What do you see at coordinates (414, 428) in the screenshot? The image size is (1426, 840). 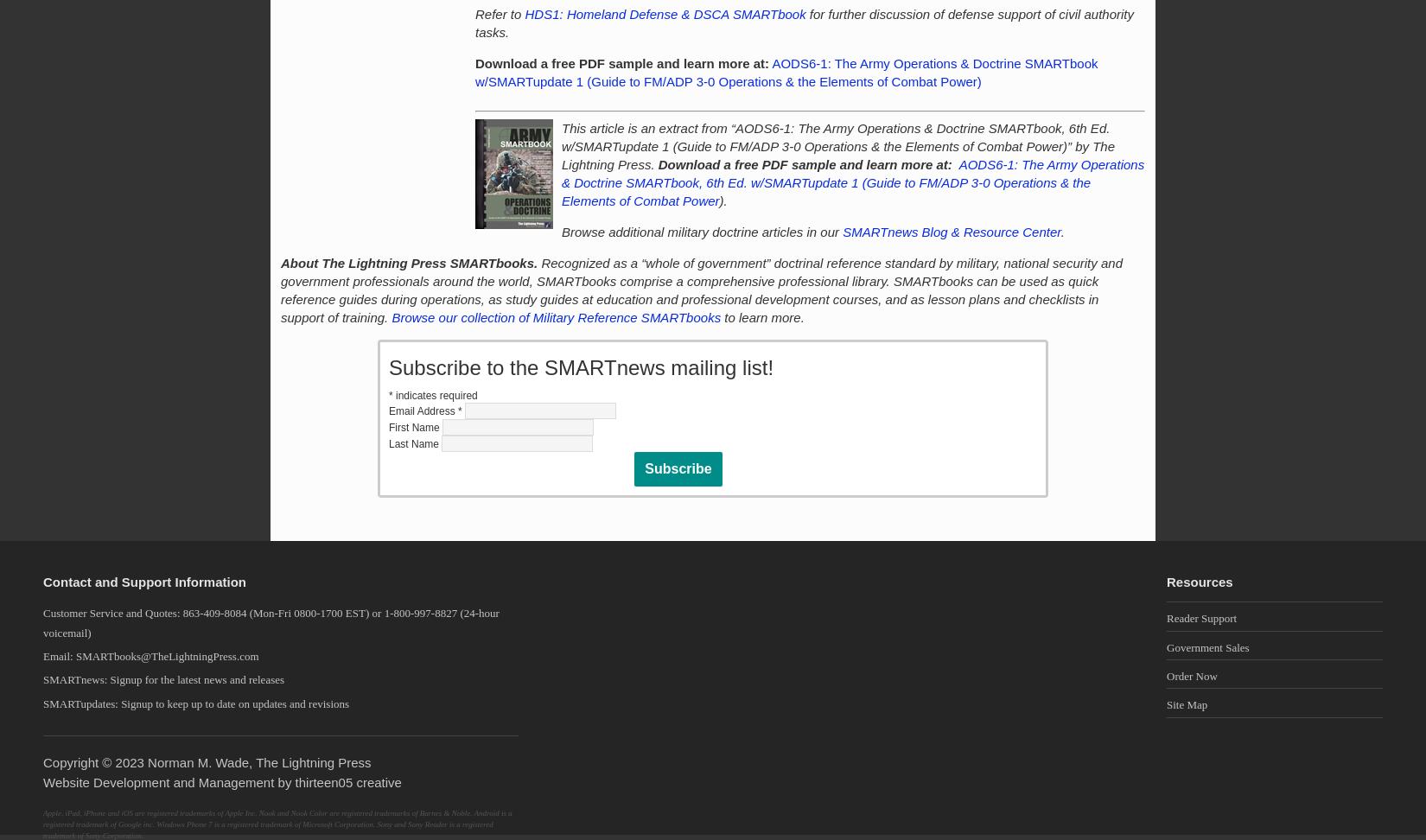 I see `'First Name'` at bounding box center [414, 428].